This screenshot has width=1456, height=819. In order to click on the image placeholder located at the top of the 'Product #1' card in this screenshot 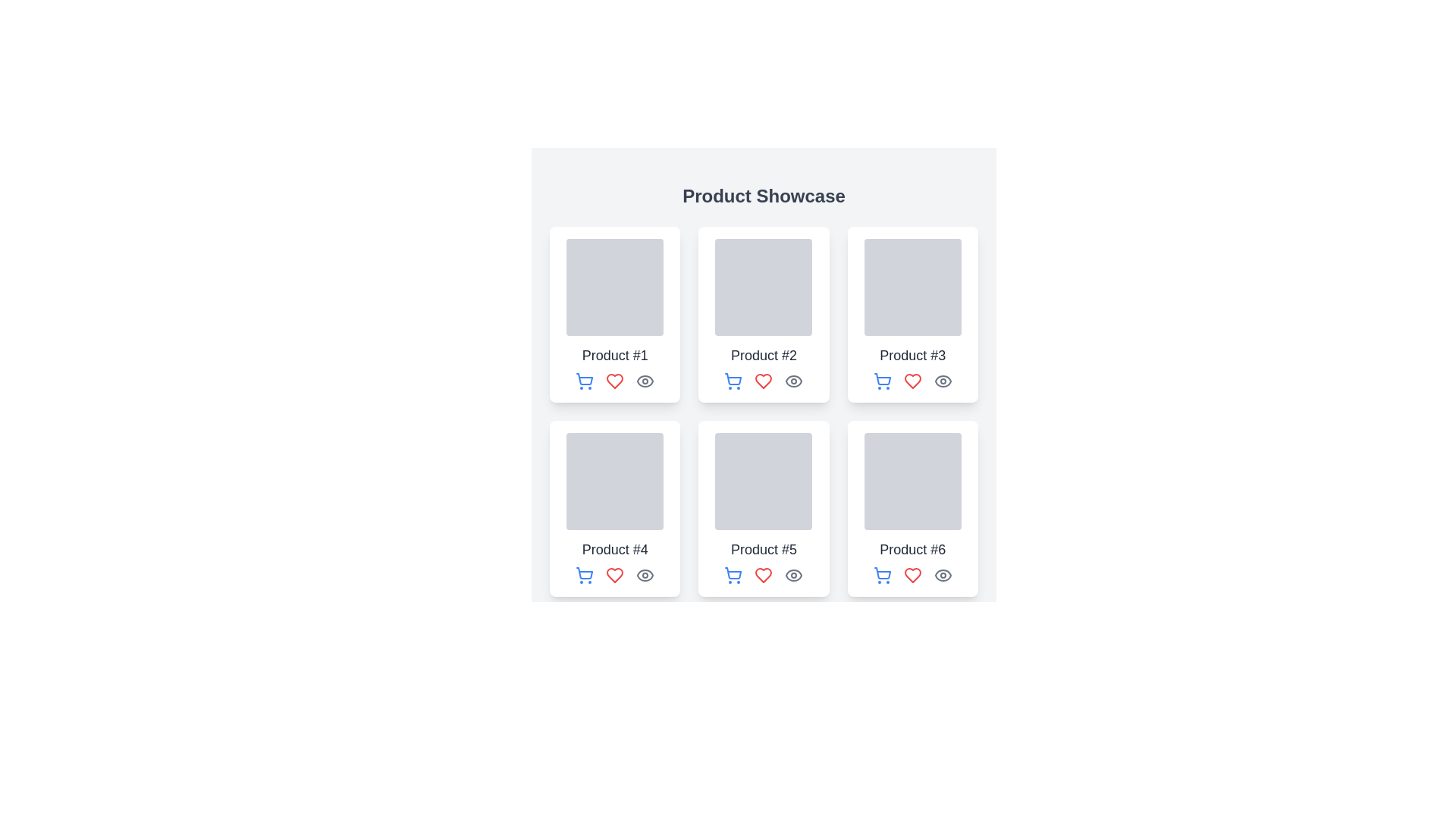, I will do `click(615, 287)`.